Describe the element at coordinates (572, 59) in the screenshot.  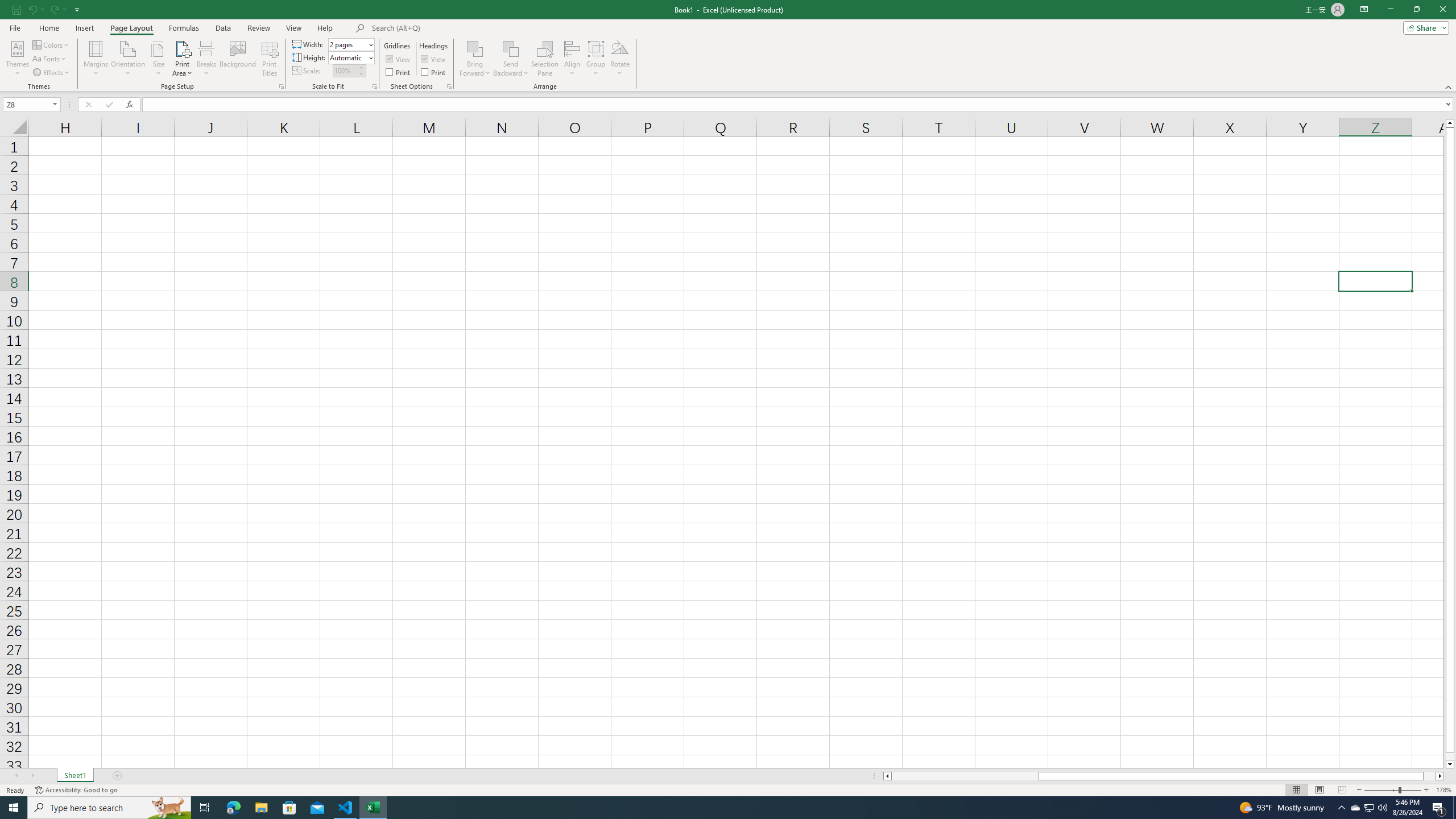
I see `'Align'` at that location.